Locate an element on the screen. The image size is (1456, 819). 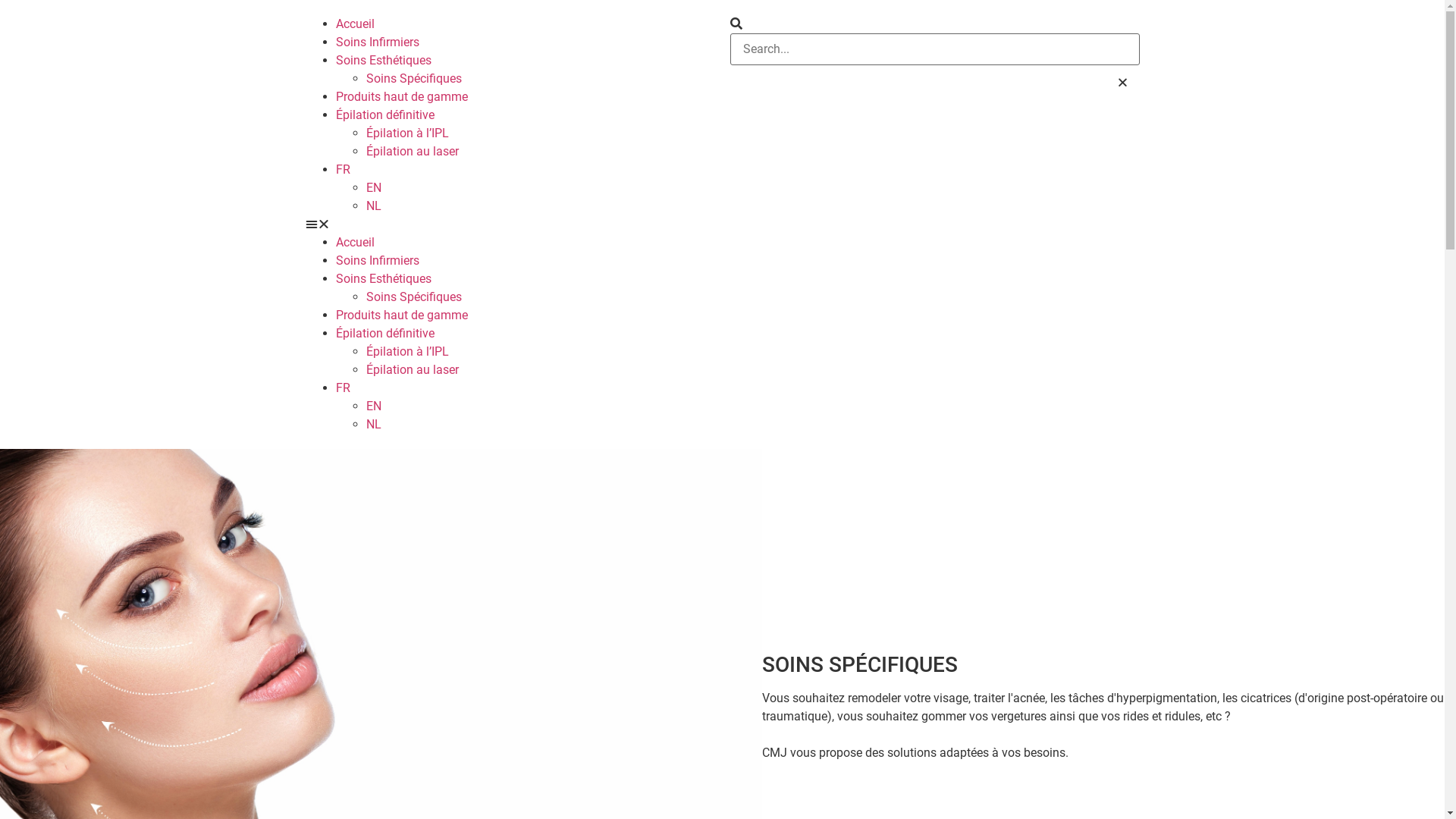
'NL' is located at coordinates (365, 206).